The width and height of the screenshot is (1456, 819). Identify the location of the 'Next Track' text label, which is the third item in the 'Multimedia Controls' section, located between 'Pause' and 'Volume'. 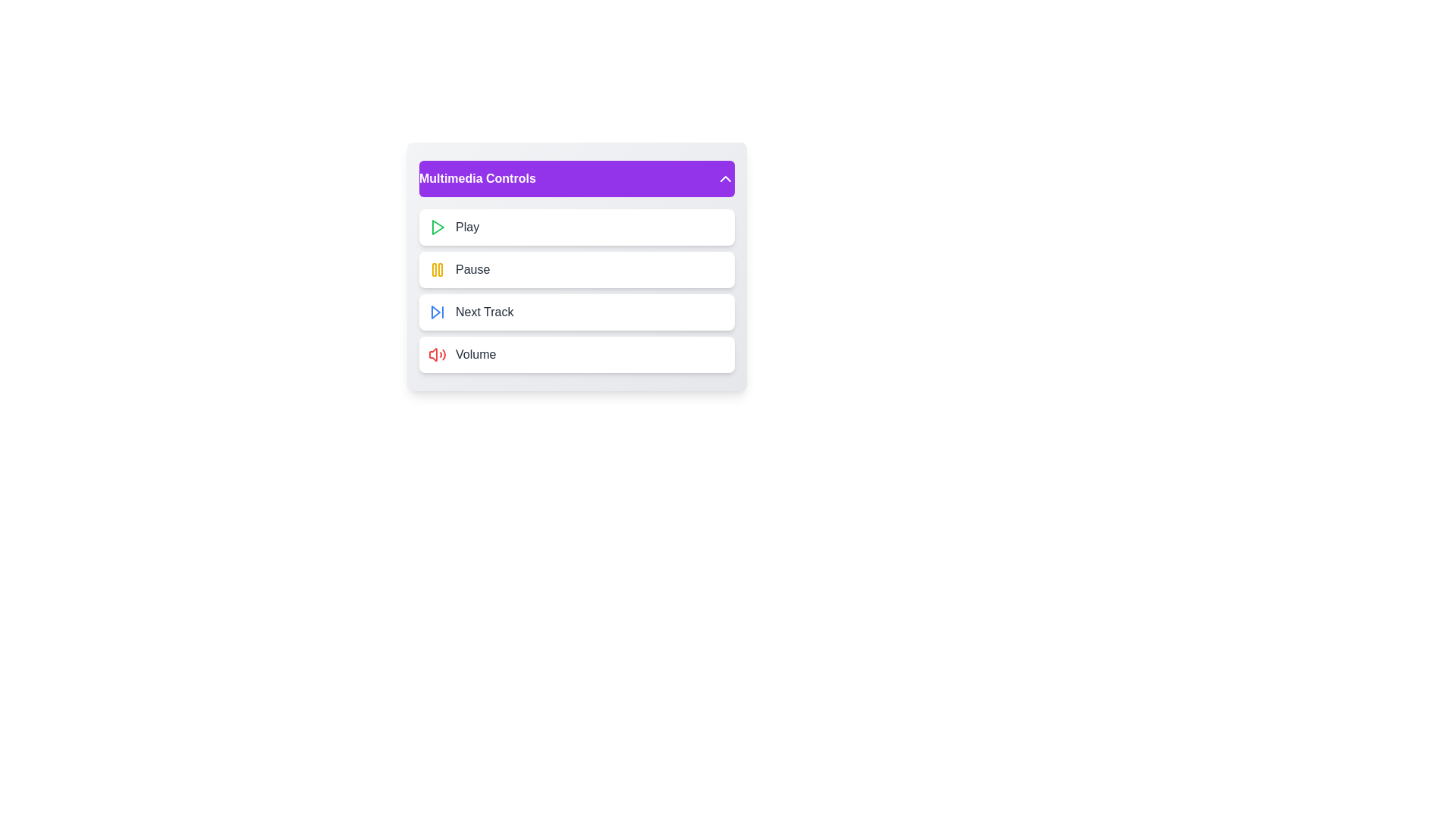
(484, 312).